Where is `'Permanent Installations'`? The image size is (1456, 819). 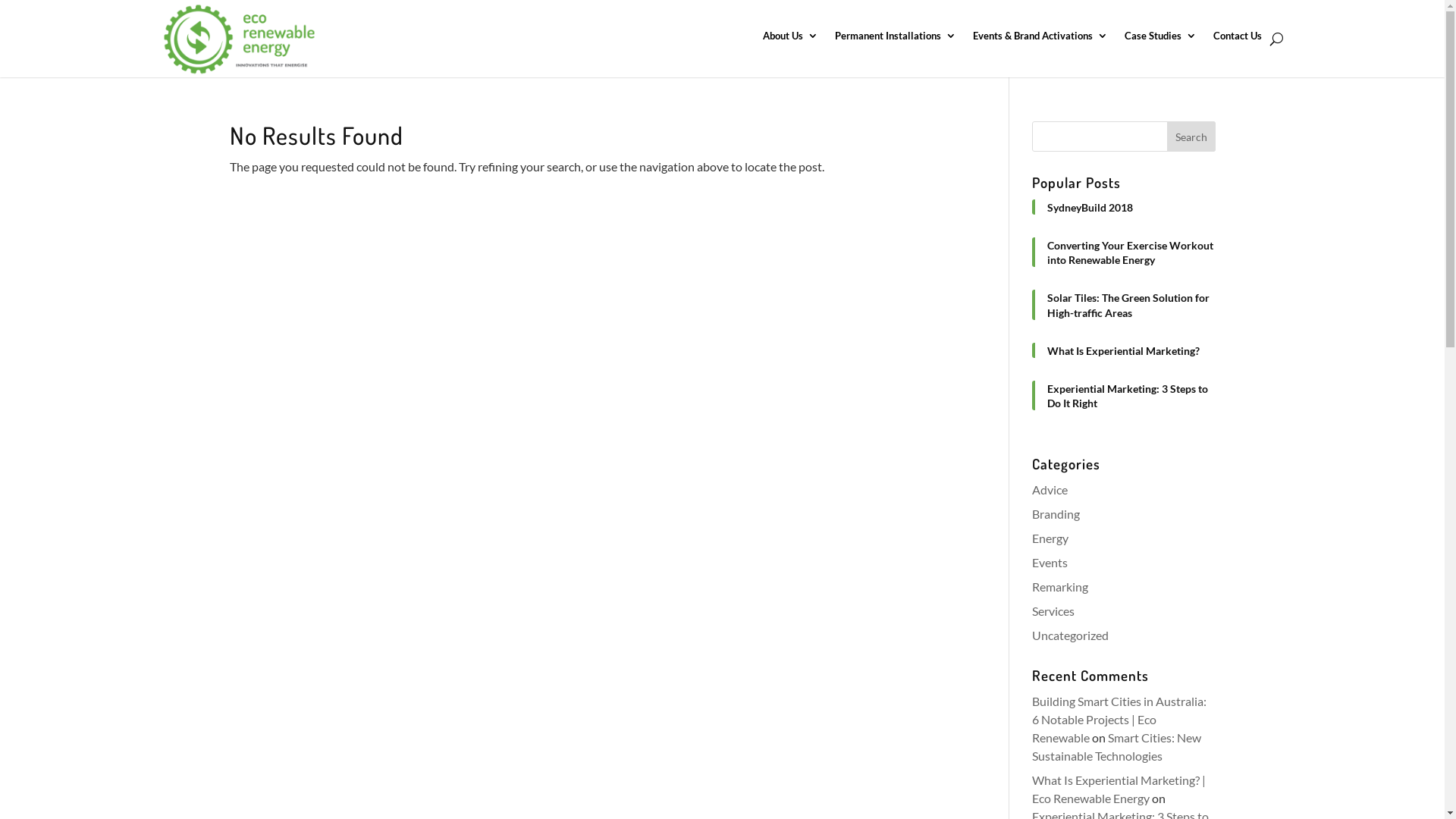 'Permanent Installations' is located at coordinates (895, 37).